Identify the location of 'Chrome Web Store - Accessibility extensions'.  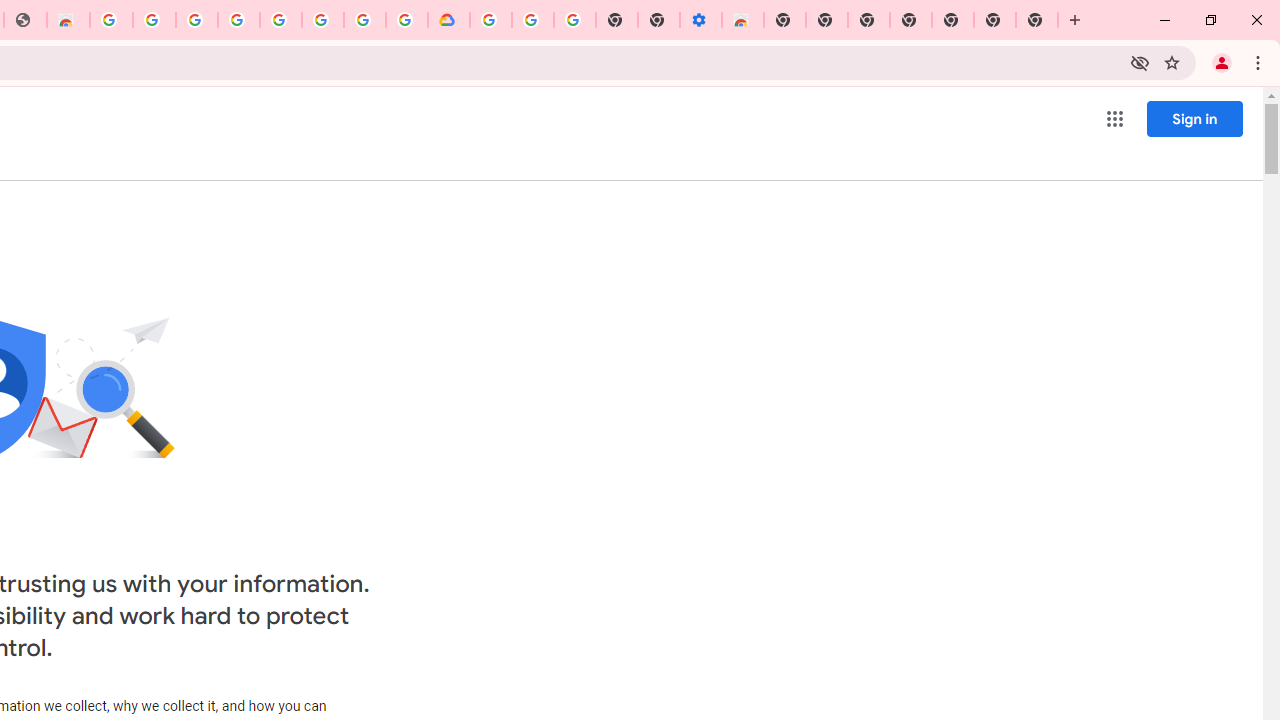
(742, 20).